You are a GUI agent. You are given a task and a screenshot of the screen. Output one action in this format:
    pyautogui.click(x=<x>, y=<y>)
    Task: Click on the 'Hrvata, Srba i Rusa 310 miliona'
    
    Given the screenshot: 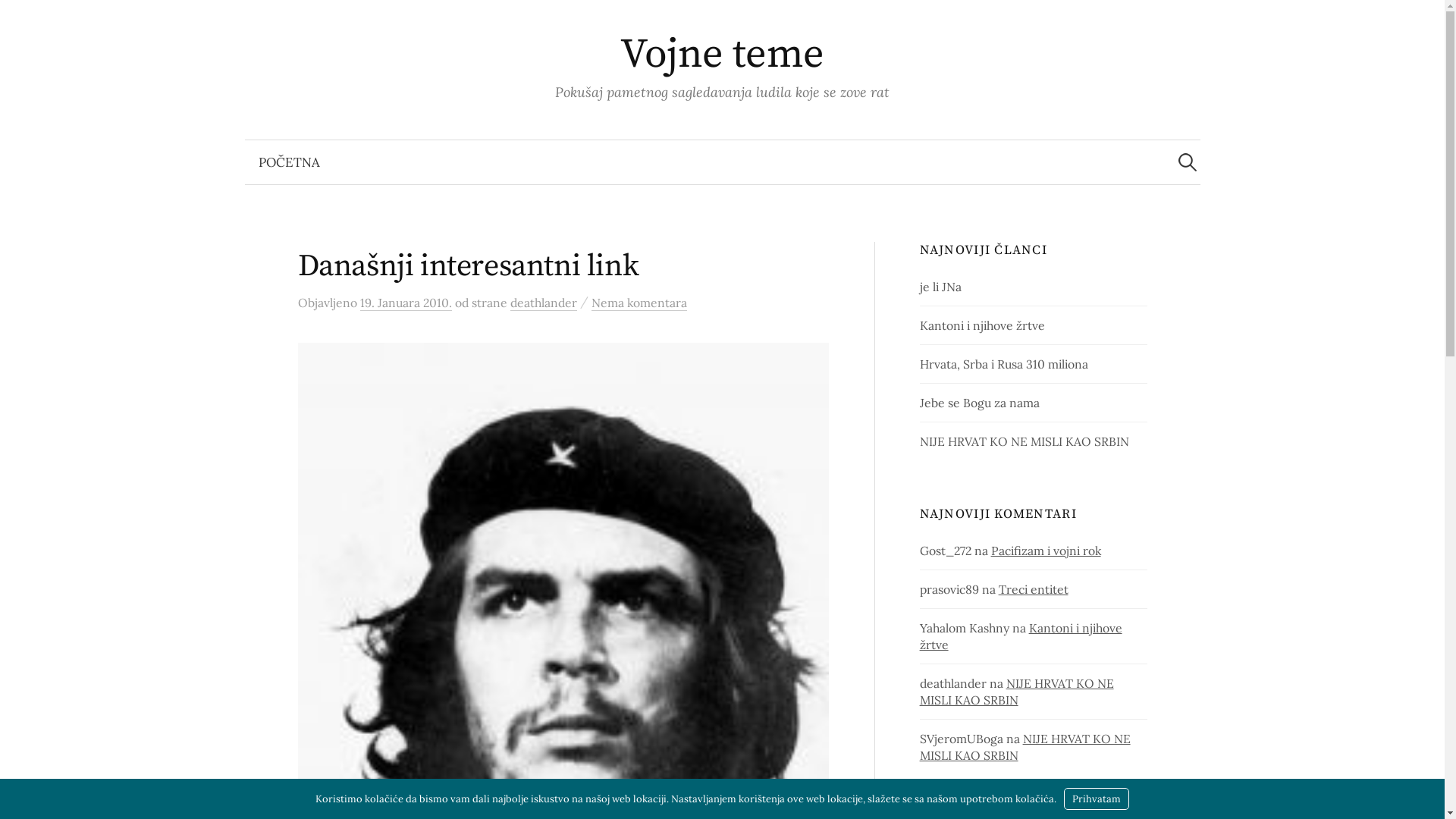 What is the action you would take?
    pyautogui.click(x=1004, y=363)
    